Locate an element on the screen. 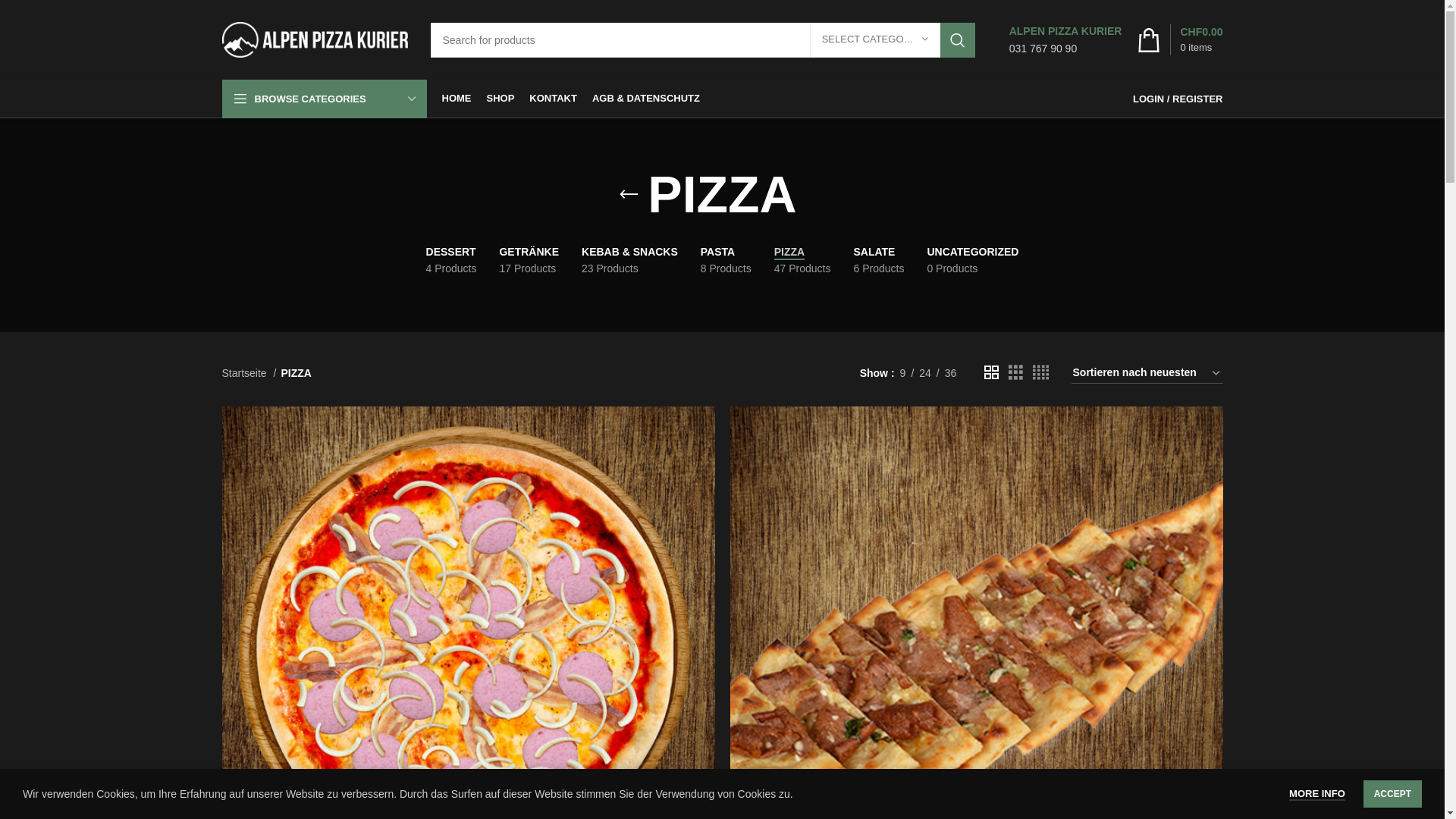  'HOME' is located at coordinates (440, 99).